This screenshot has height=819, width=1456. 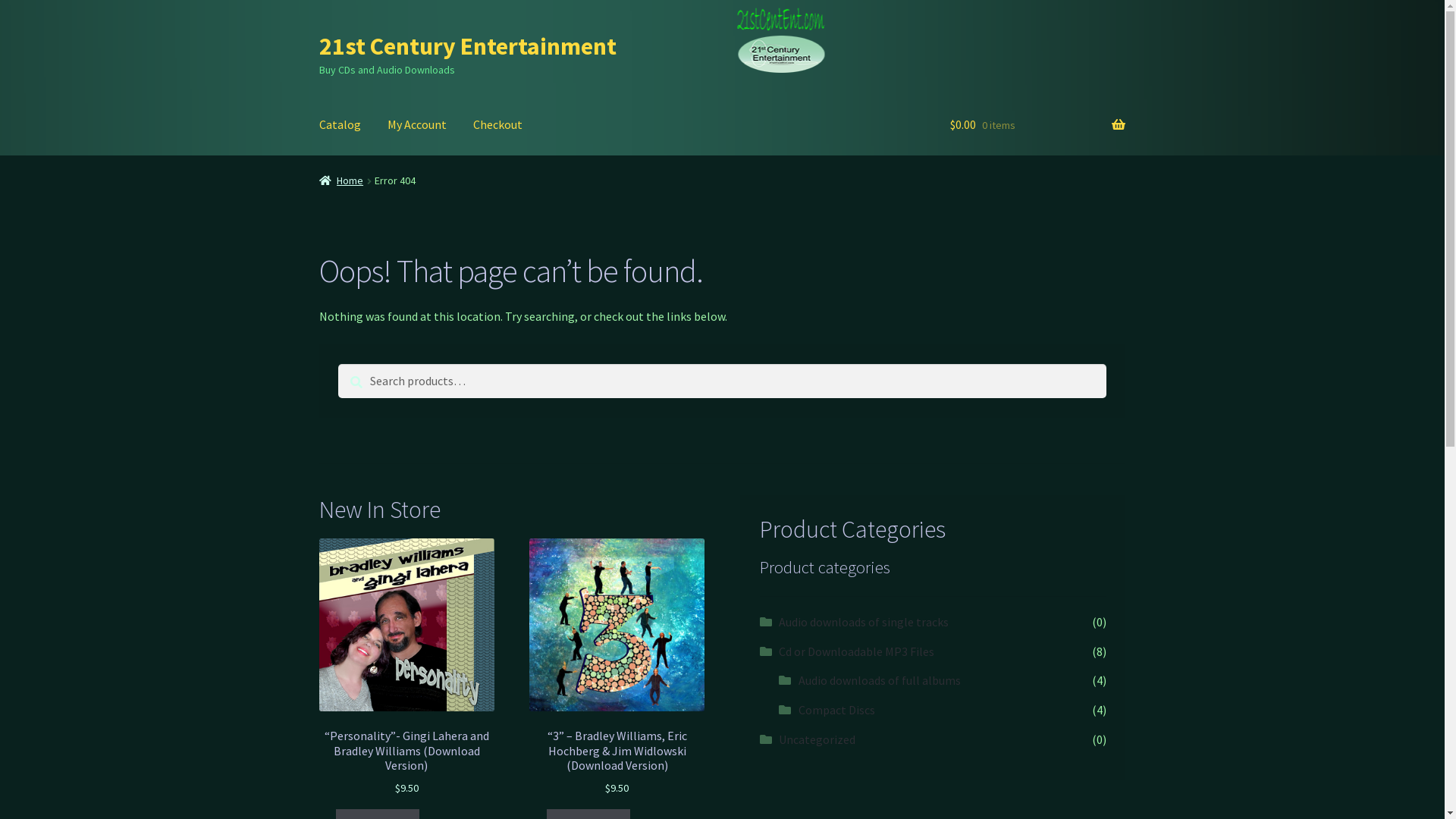 What do you see at coordinates (318, 31) in the screenshot?
I see `'Skip to navigation'` at bounding box center [318, 31].